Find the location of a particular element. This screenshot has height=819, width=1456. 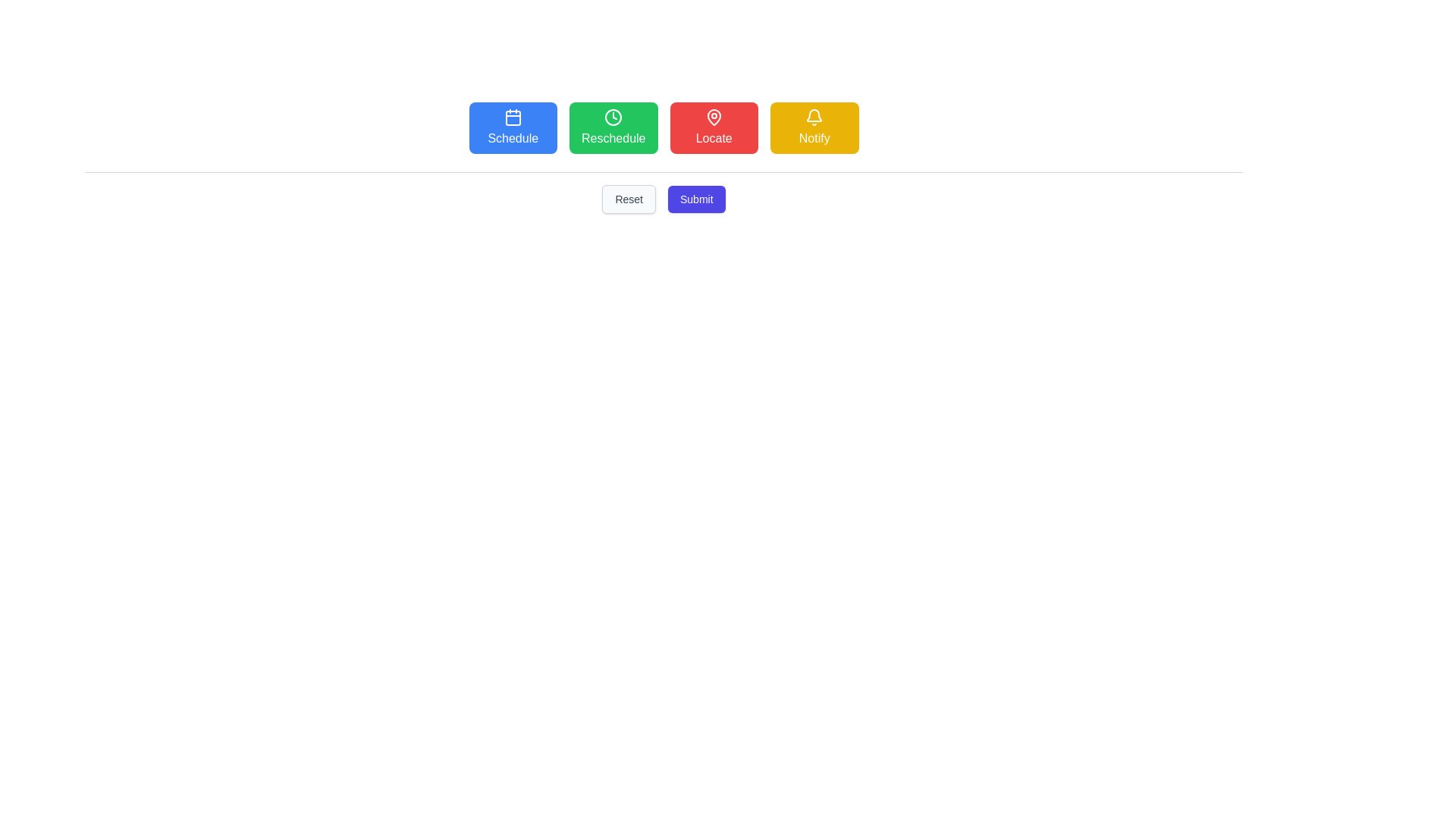

the circular SVG shape within the green 'Reschedule' button, which is the second button in a sequence of four buttons near the top-center of the interface is located at coordinates (613, 116).